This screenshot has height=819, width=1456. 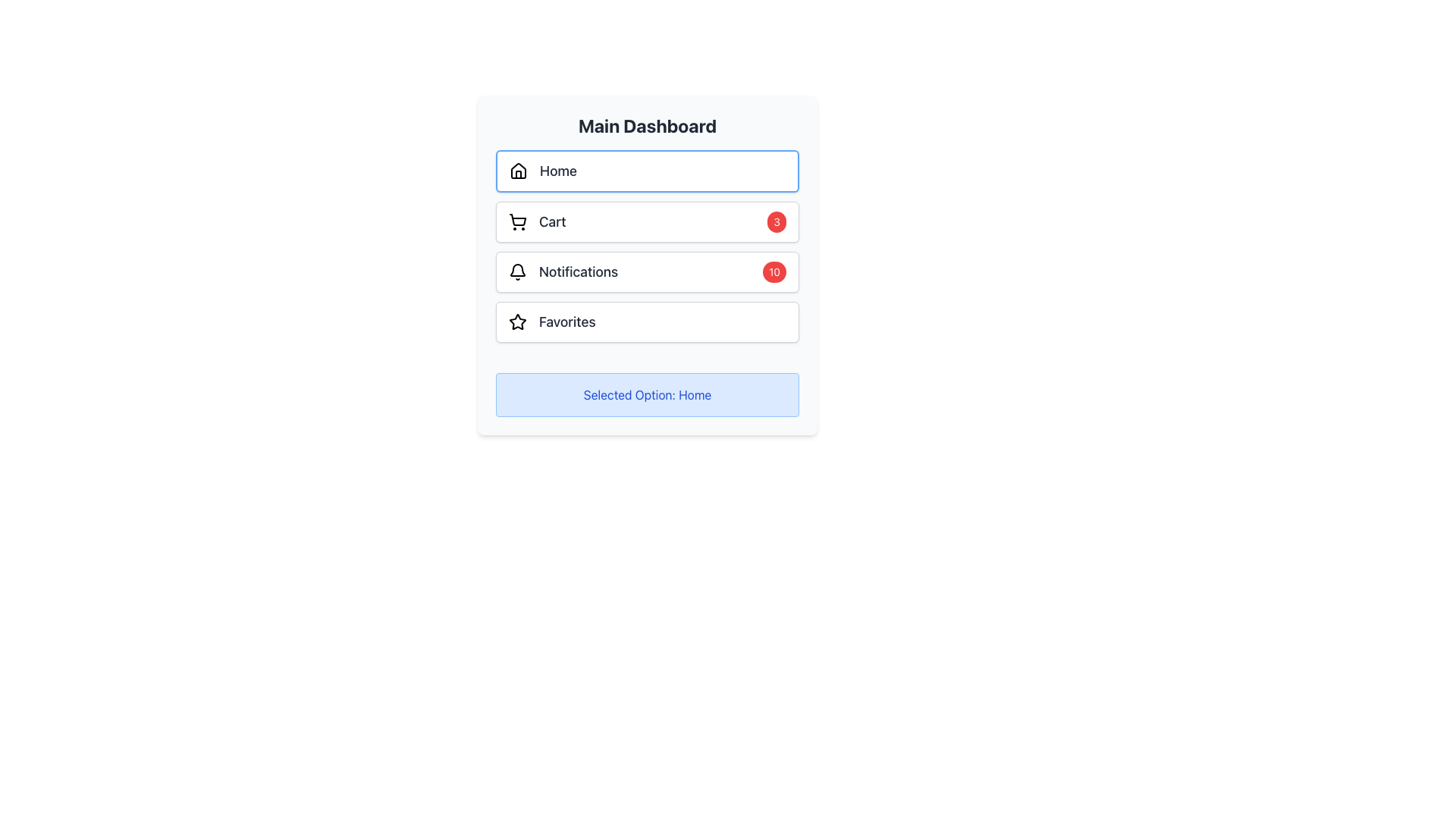 What do you see at coordinates (517, 321) in the screenshot?
I see `the star-shaped icon outlined in black with a white fill, located to the left of the 'Favorites' menu entry in the vertical menu list` at bounding box center [517, 321].